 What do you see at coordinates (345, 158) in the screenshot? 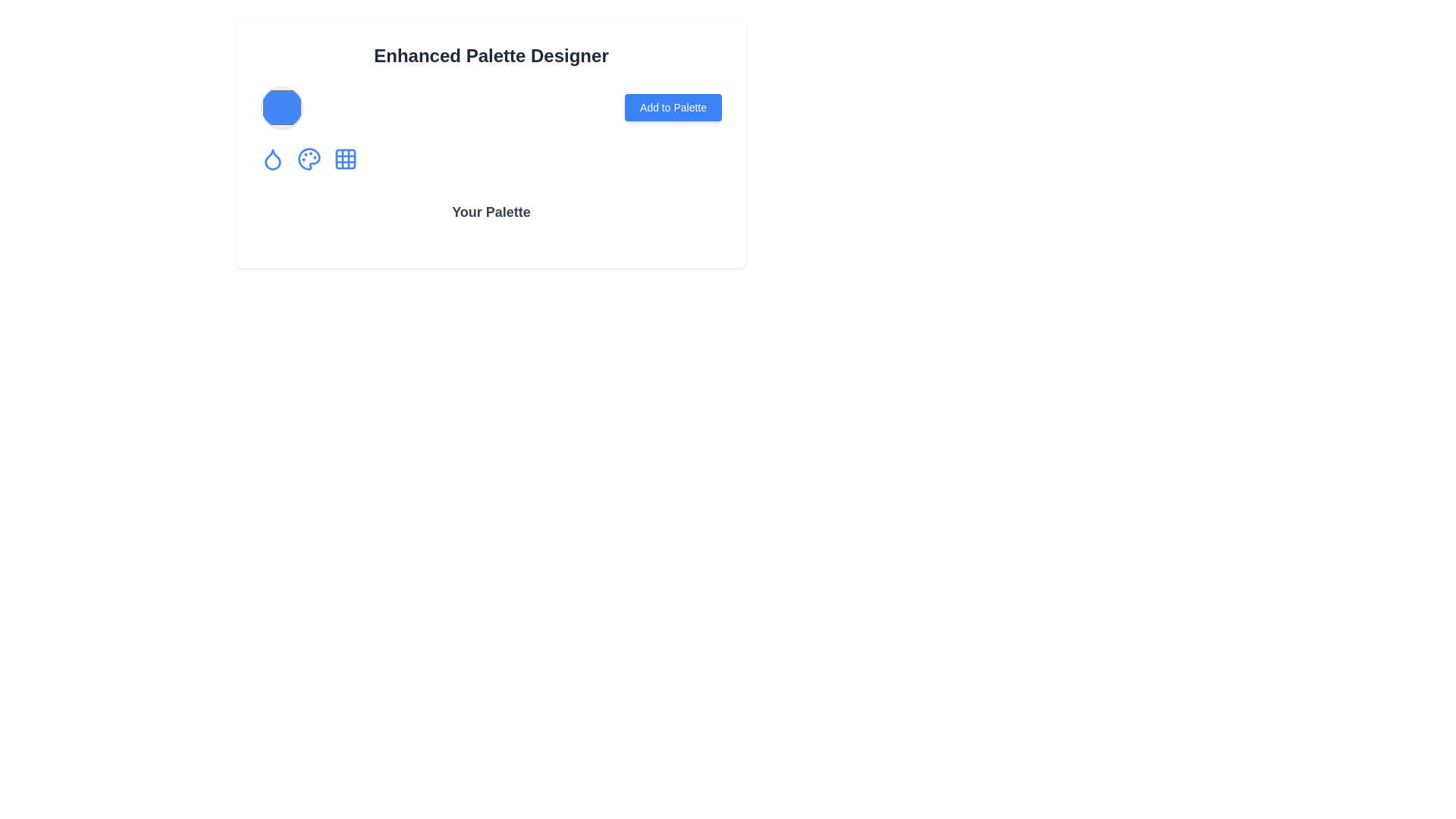
I see `the grid icon with a blue outline and rounded corners, the fourth icon from the left under the 'Enhanced Palette Designer' heading` at bounding box center [345, 158].